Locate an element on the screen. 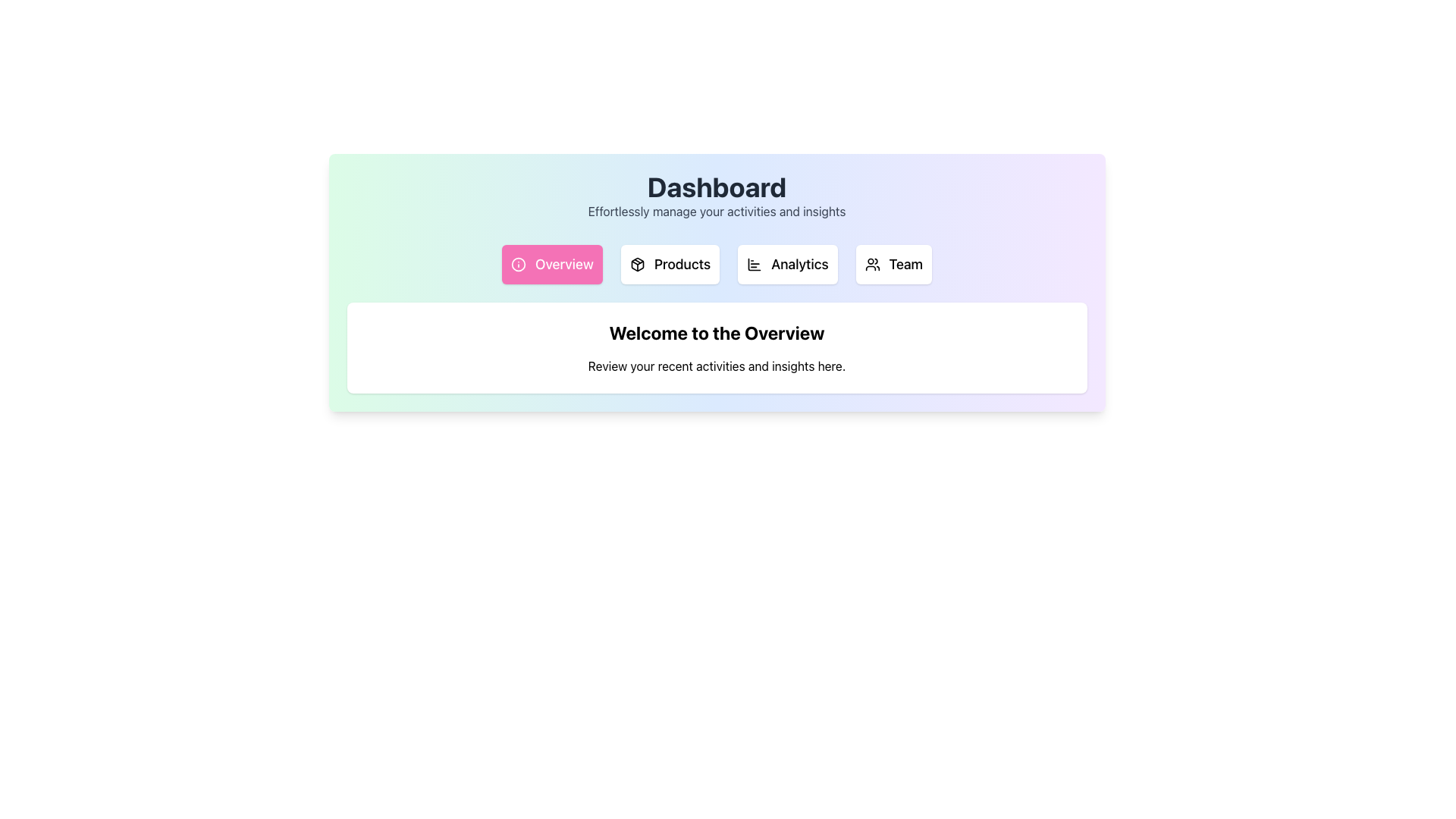 This screenshot has height=819, width=1456. the circular pink icon representing information, located inside the 'Overview' button in the navigation bar is located at coordinates (518, 263).